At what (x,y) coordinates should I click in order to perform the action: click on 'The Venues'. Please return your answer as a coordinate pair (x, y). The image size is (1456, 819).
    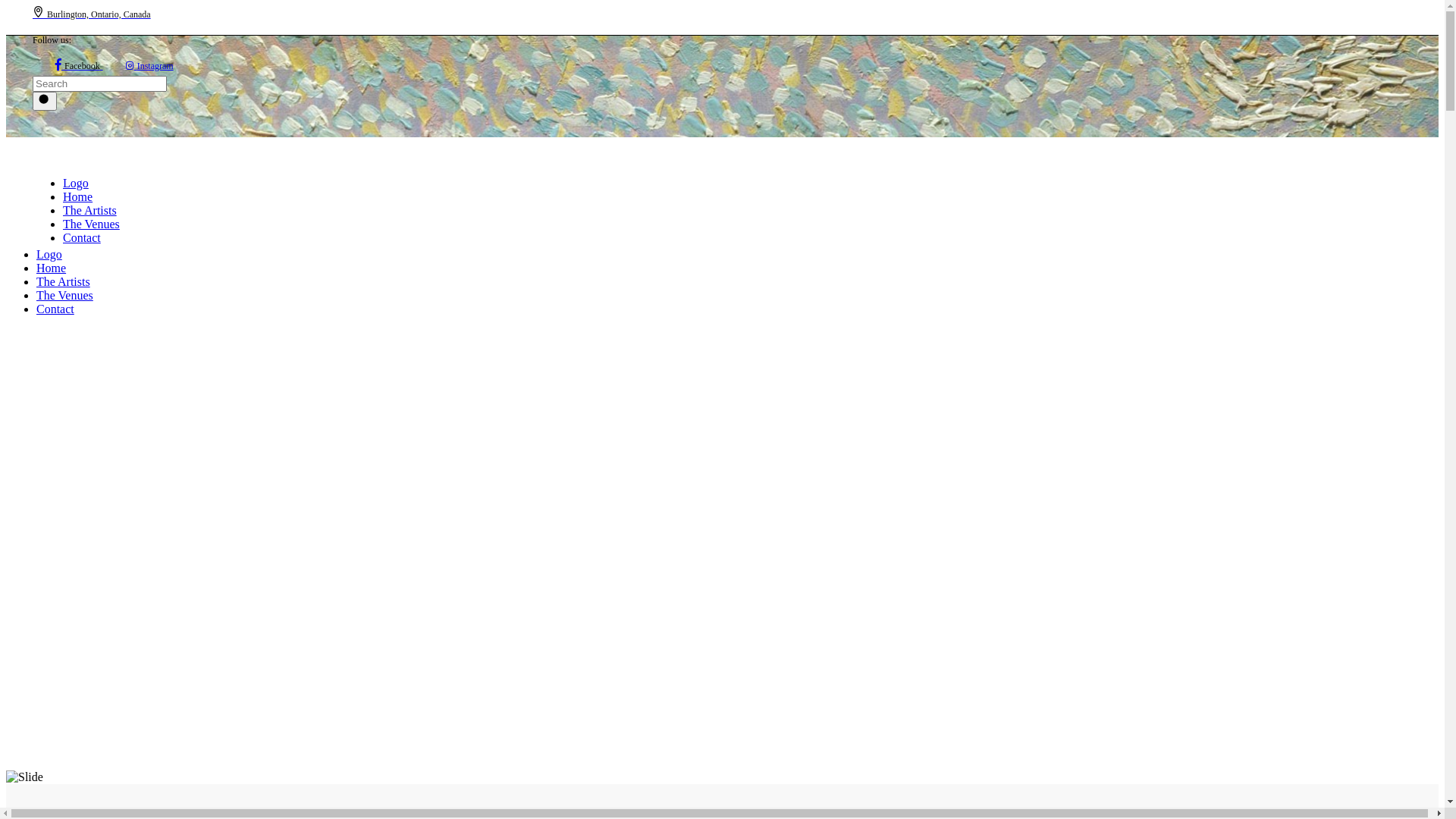
    Looking at the image, I should click on (90, 224).